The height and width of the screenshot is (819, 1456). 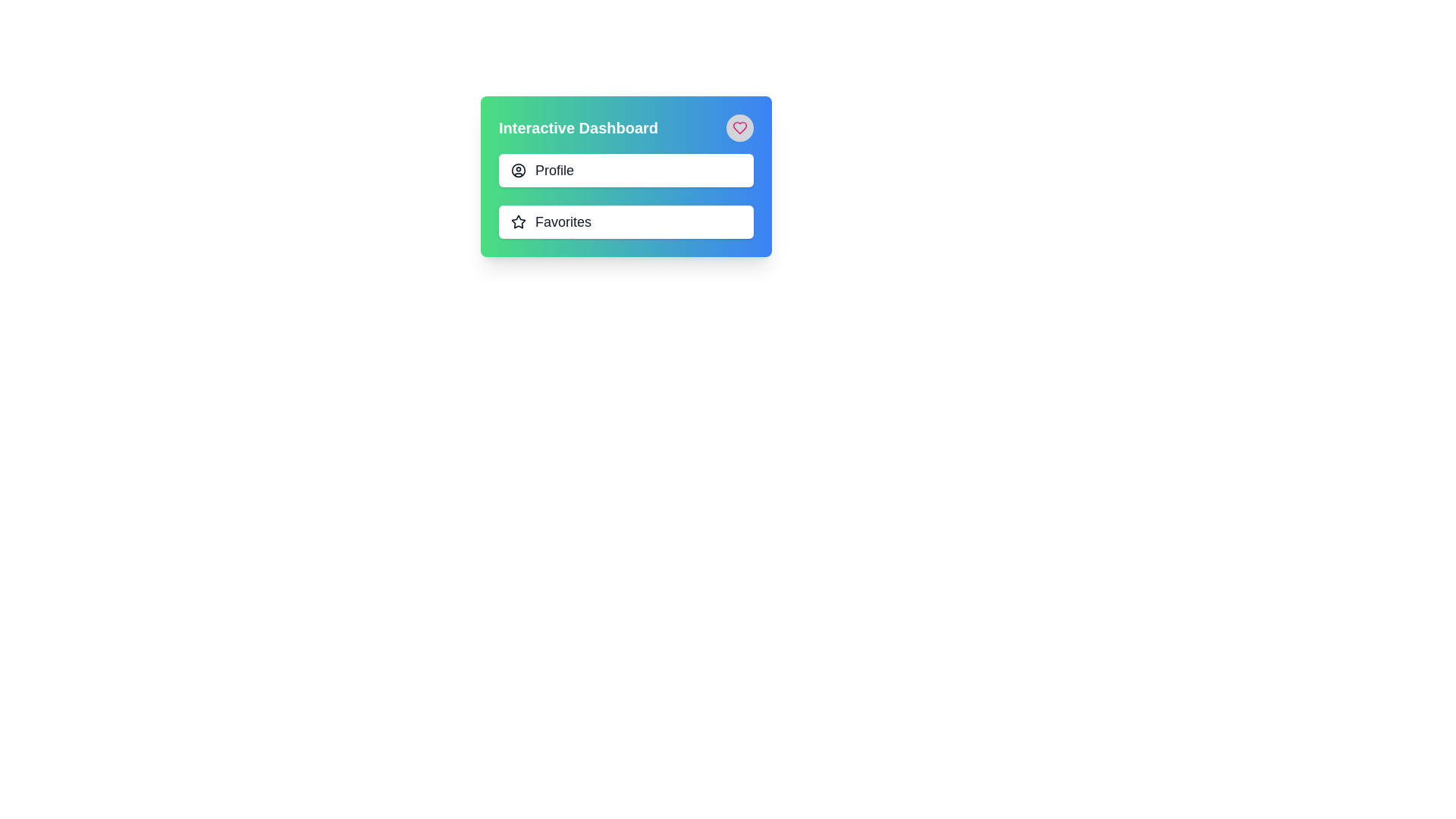 What do you see at coordinates (739, 127) in the screenshot?
I see `the 'favorite' button located in the top-right corner of the 'Interactive Dashboard' to mark an item as favorite` at bounding box center [739, 127].